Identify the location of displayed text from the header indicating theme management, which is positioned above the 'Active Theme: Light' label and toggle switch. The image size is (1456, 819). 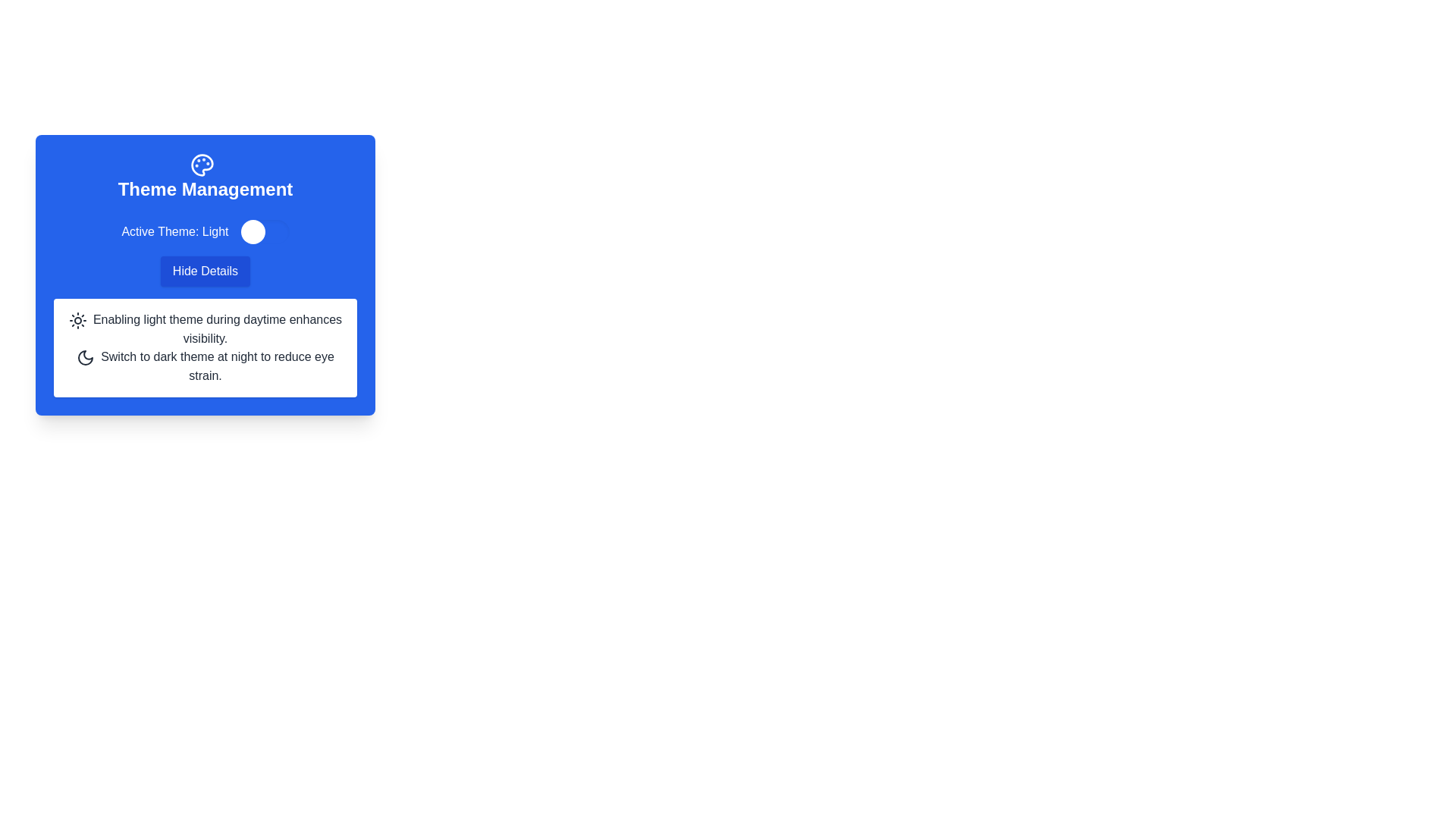
(204, 177).